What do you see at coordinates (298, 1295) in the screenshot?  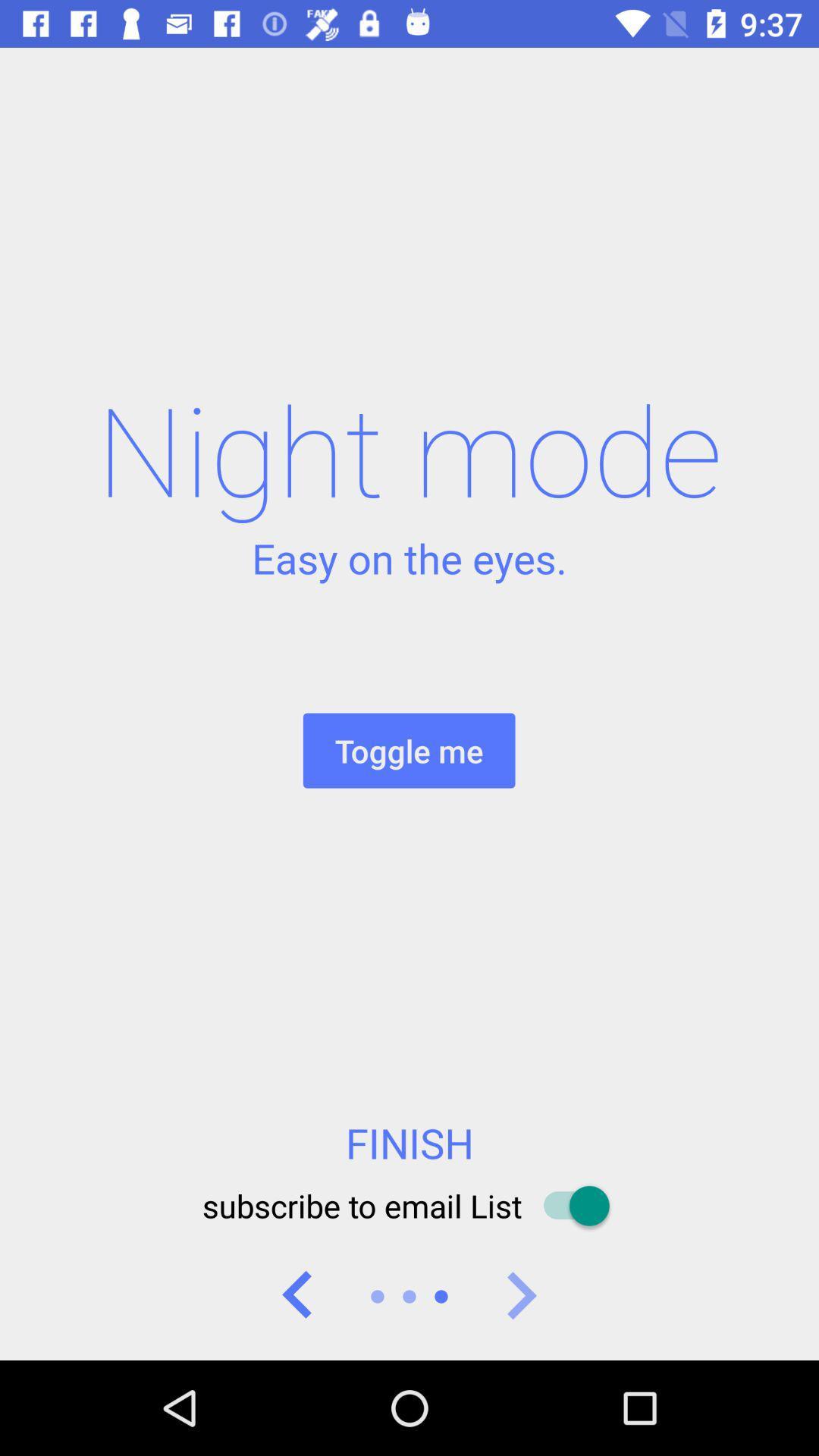 I see `previous page` at bounding box center [298, 1295].